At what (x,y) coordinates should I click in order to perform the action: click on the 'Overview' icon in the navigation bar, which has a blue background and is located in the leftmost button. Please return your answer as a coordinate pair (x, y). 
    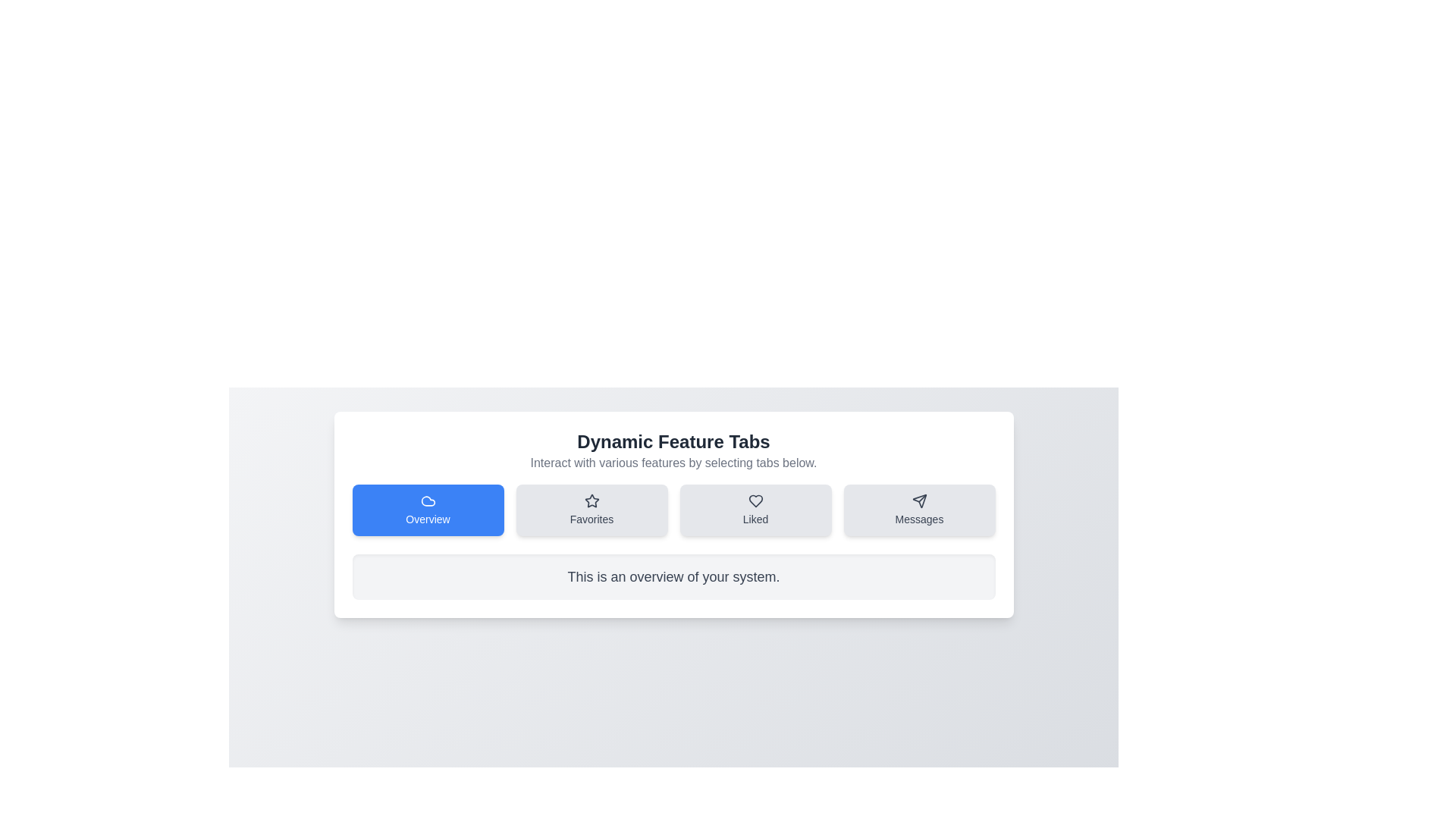
    Looking at the image, I should click on (427, 500).